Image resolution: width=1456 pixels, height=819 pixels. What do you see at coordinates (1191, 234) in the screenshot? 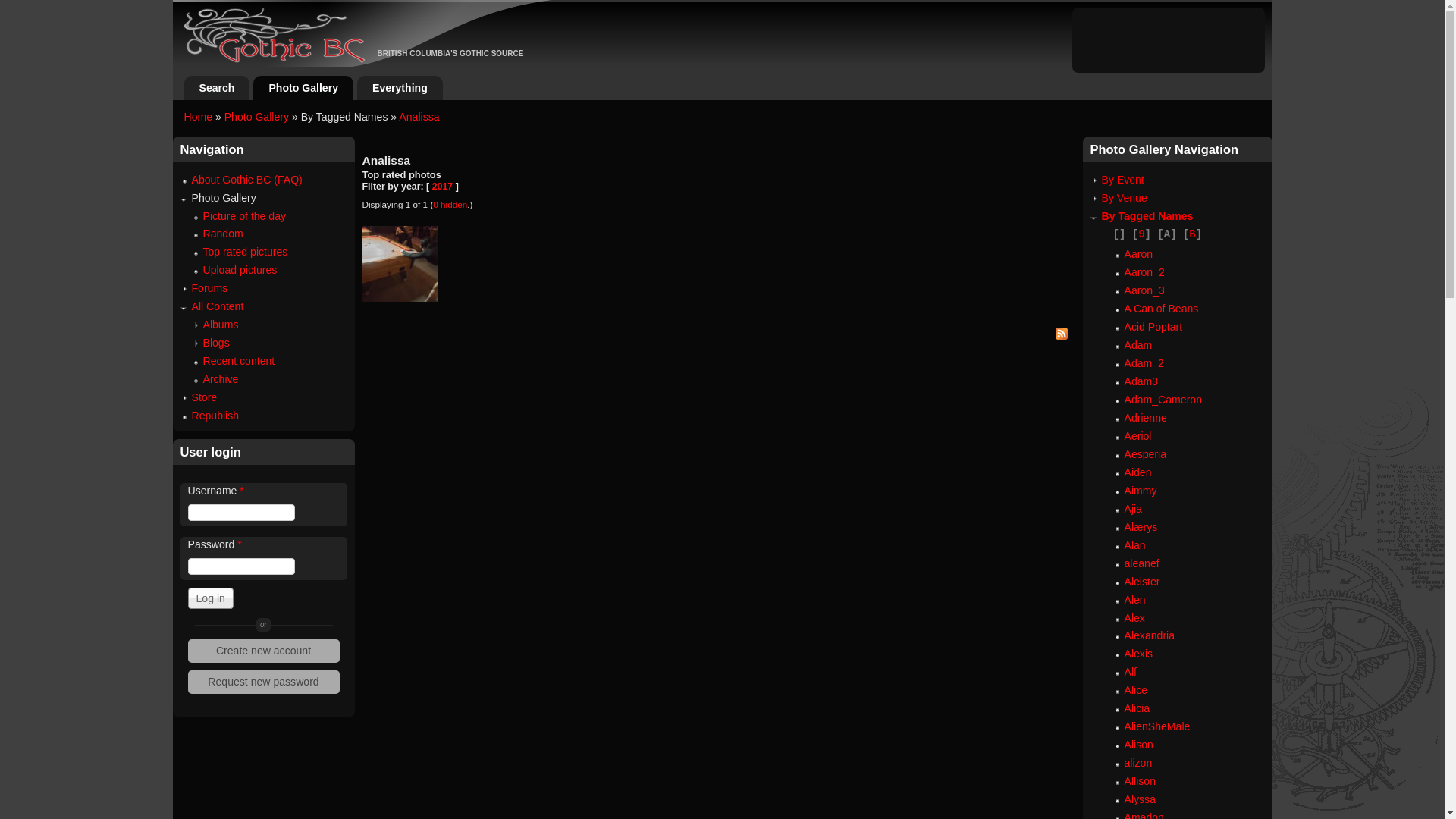
I see `'B'` at bounding box center [1191, 234].